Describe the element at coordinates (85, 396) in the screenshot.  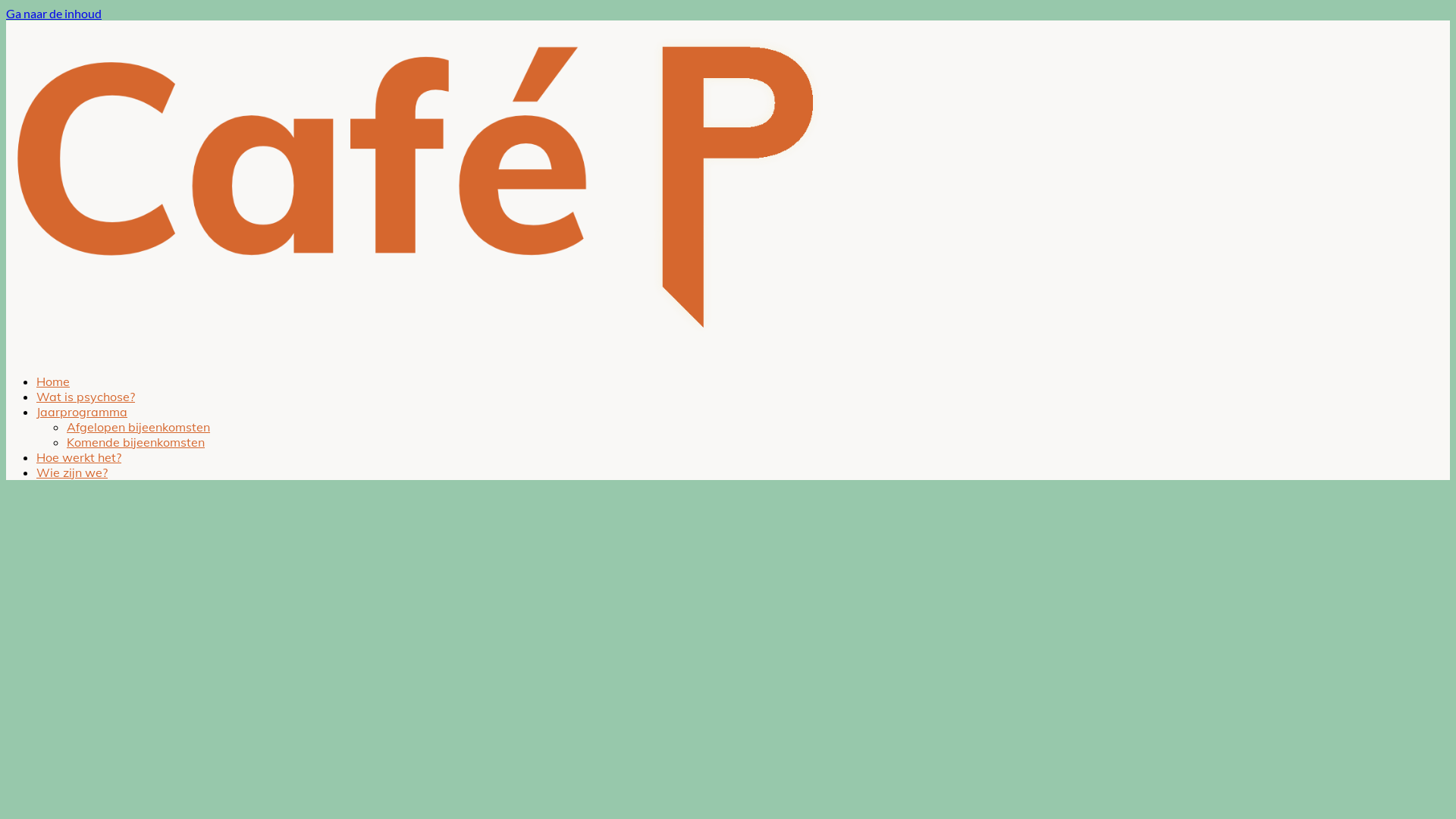
I see `'Wat is psychose?'` at that location.